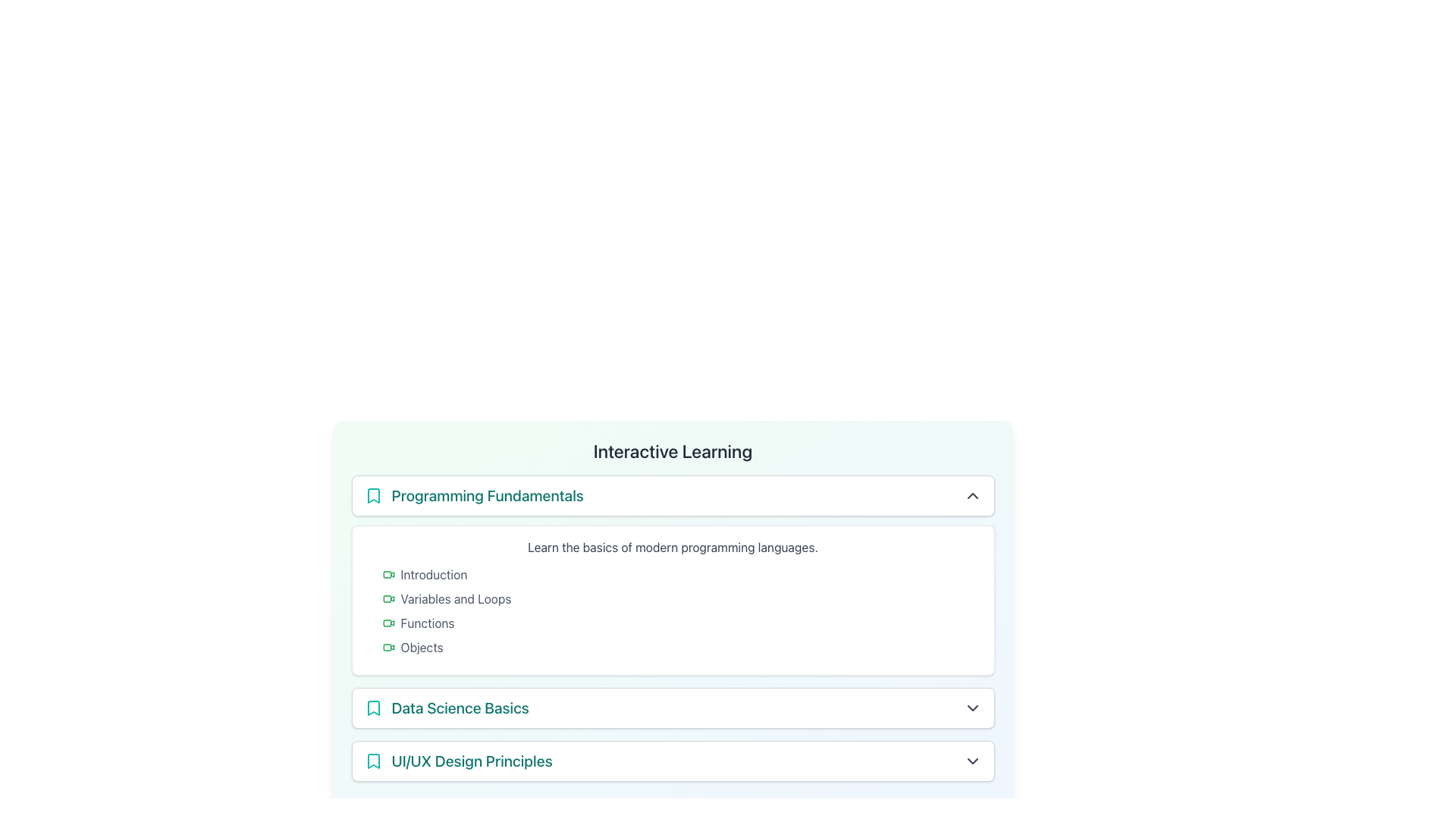  I want to click on the teal bookmark icon adjacent to the 'Data Science Basics' text label located under the 'Programming Fundamentals' section, so click(446, 708).